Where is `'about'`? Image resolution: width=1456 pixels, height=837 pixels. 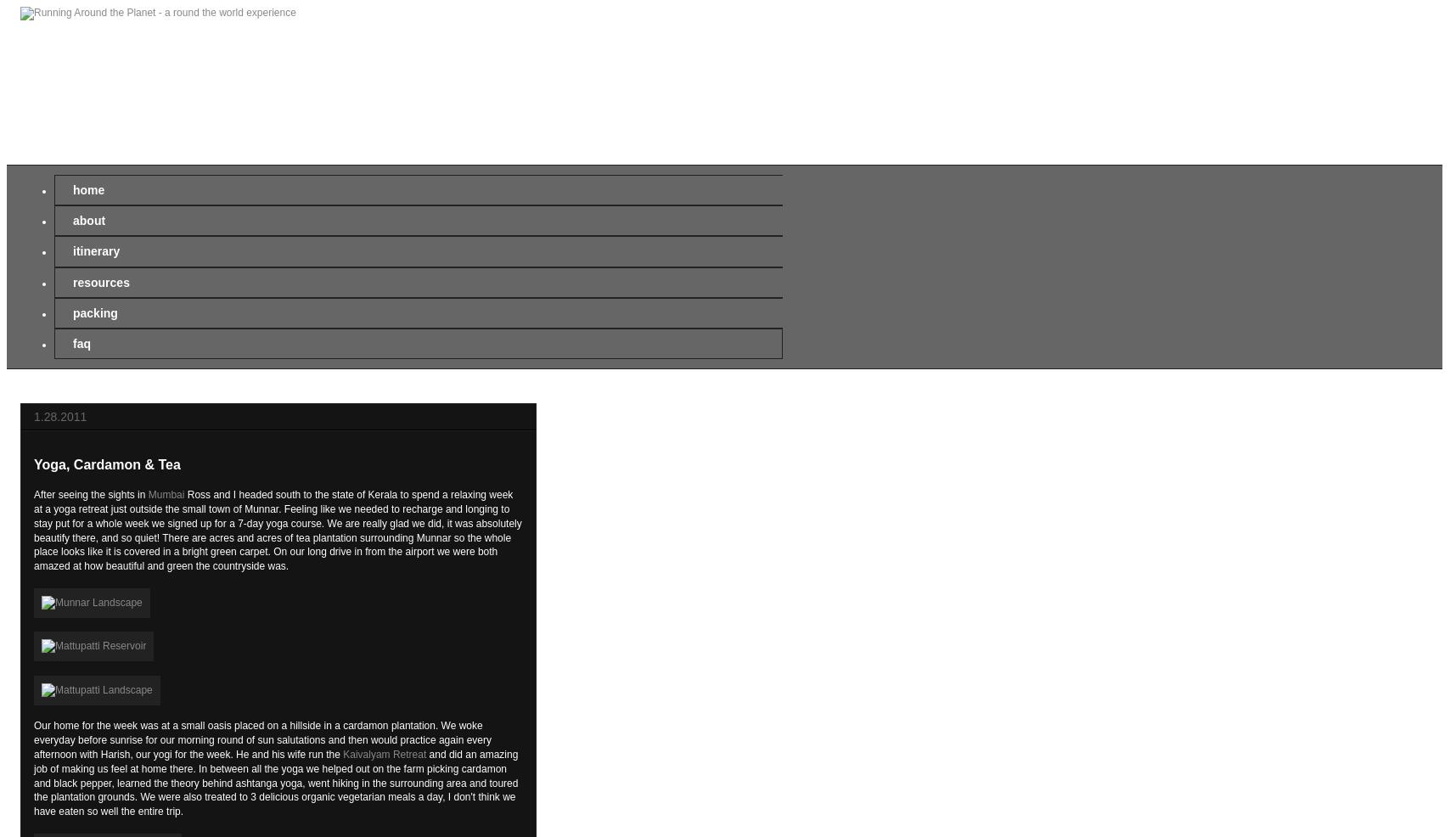
'about' is located at coordinates (71, 221).